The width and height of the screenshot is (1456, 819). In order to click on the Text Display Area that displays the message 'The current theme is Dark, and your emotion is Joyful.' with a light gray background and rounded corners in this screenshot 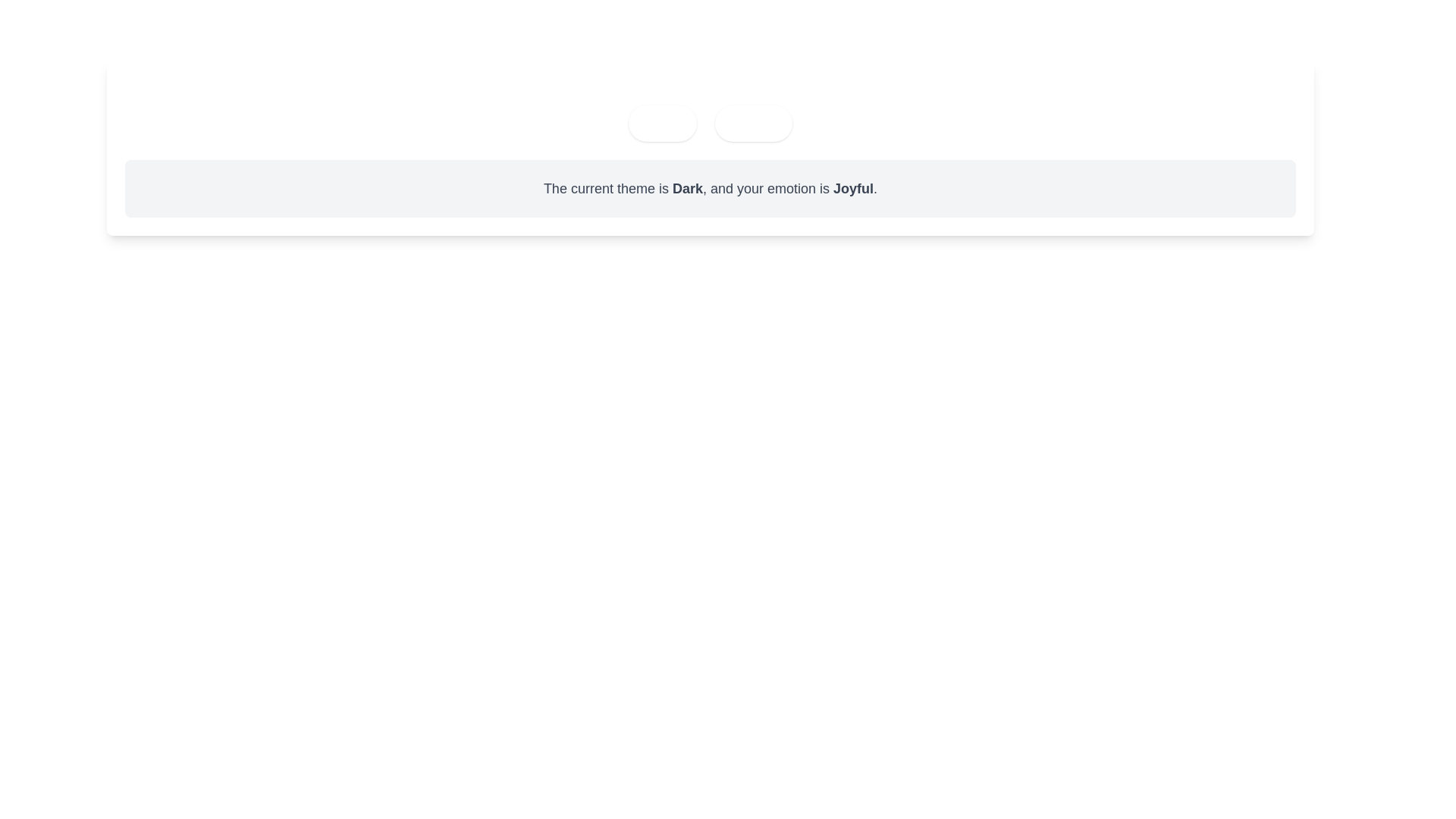, I will do `click(709, 188)`.